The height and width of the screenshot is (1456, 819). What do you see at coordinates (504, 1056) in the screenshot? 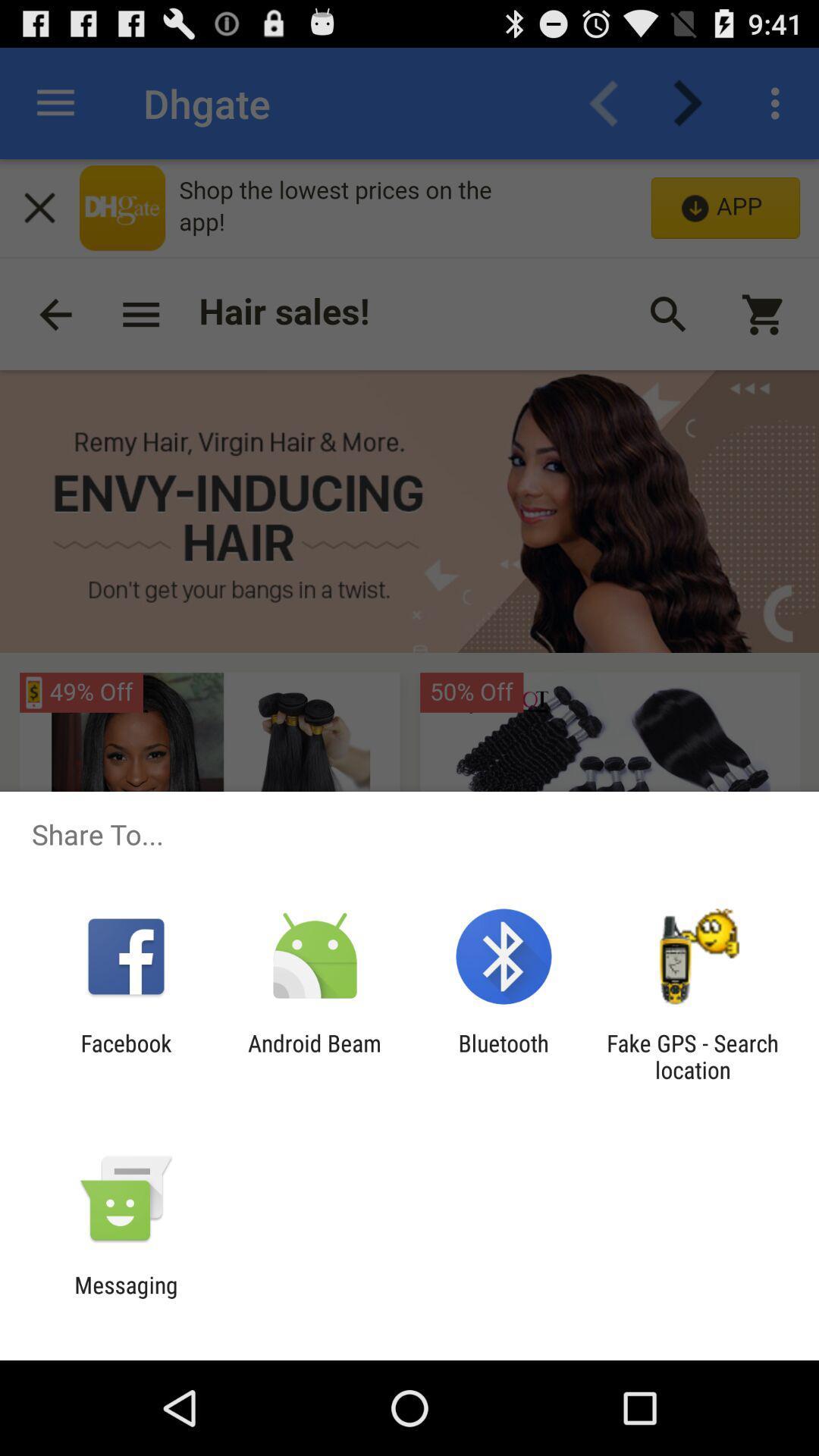
I see `icon next to the android beam icon` at bounding box center [504, 1056].